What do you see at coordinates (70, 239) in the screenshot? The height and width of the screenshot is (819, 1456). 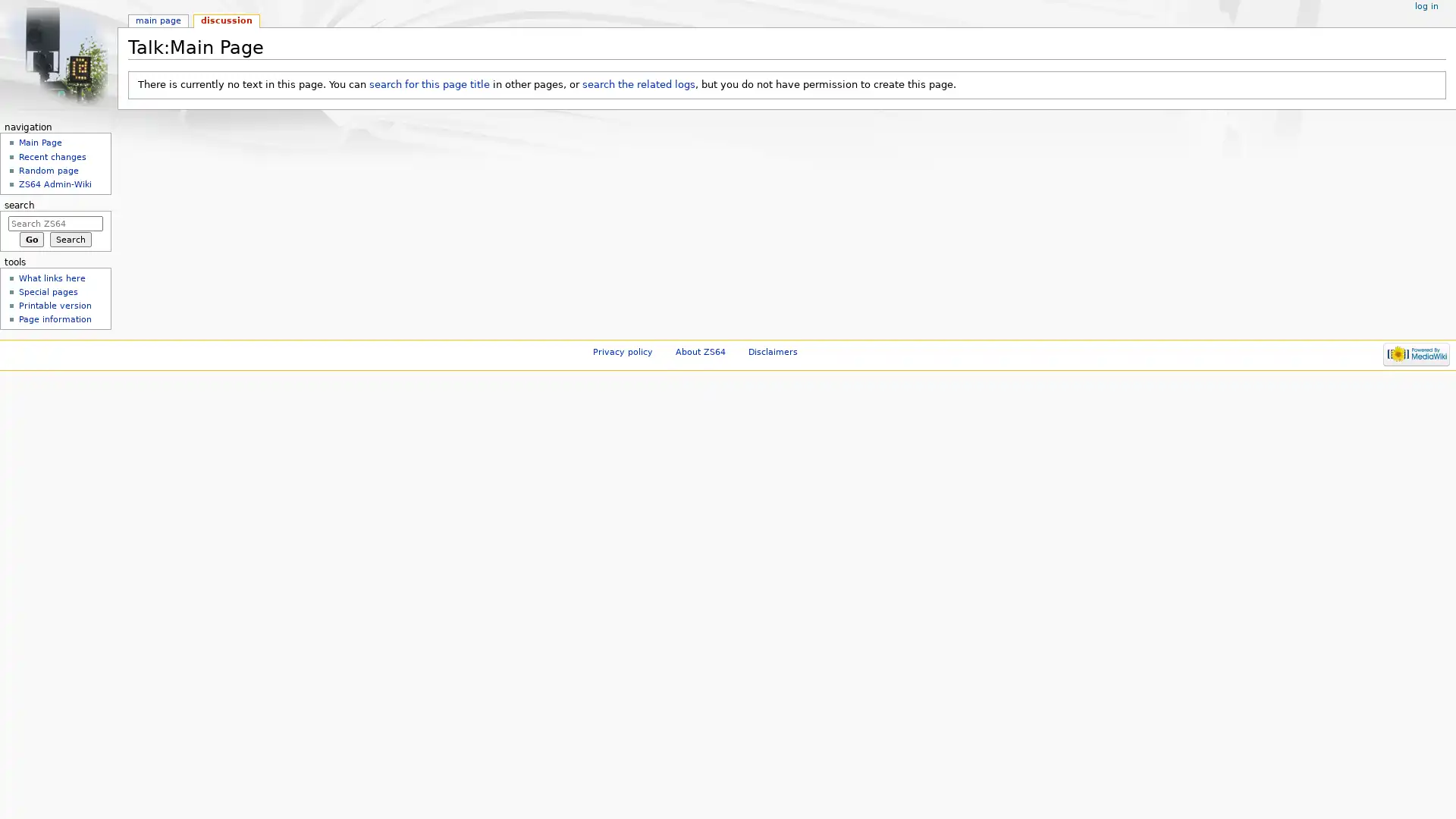 I see `Search` at bounding box center [70, 239].